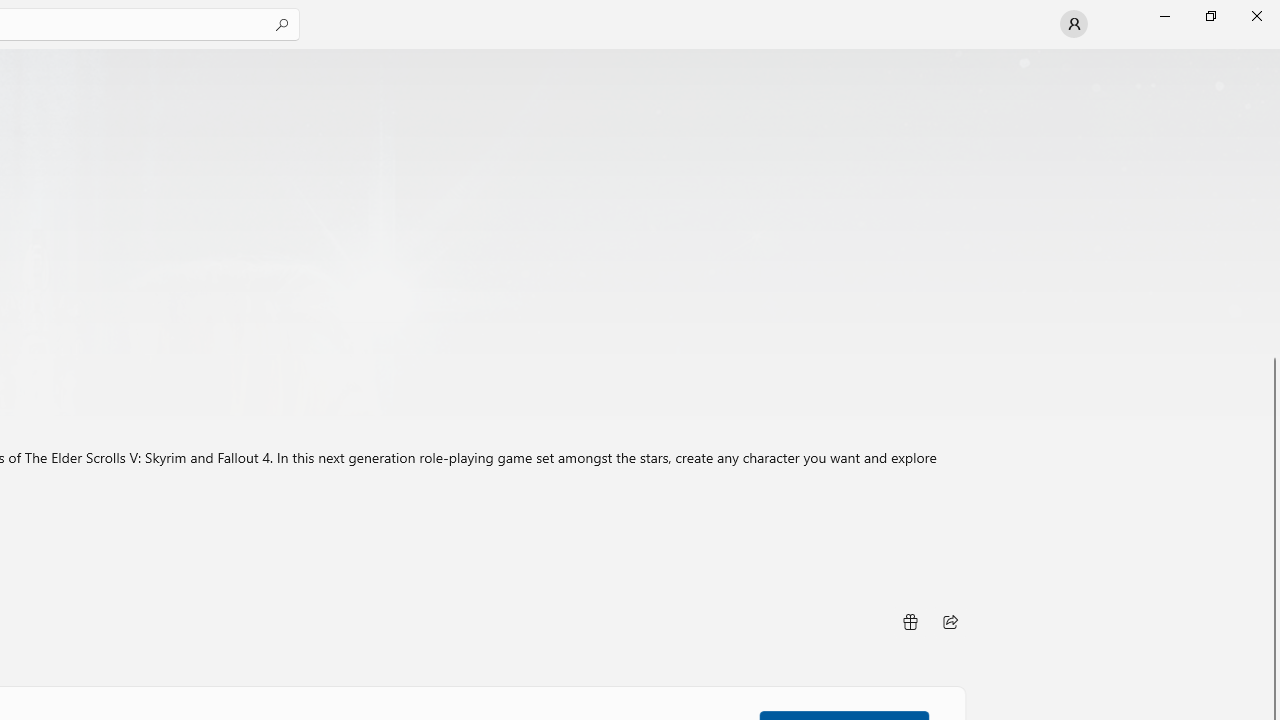  What do you see at coordinates (1164, 15) in the screenshot?
I see `'Minimize Microsoft Store'` at bounding box center [1164, 15].